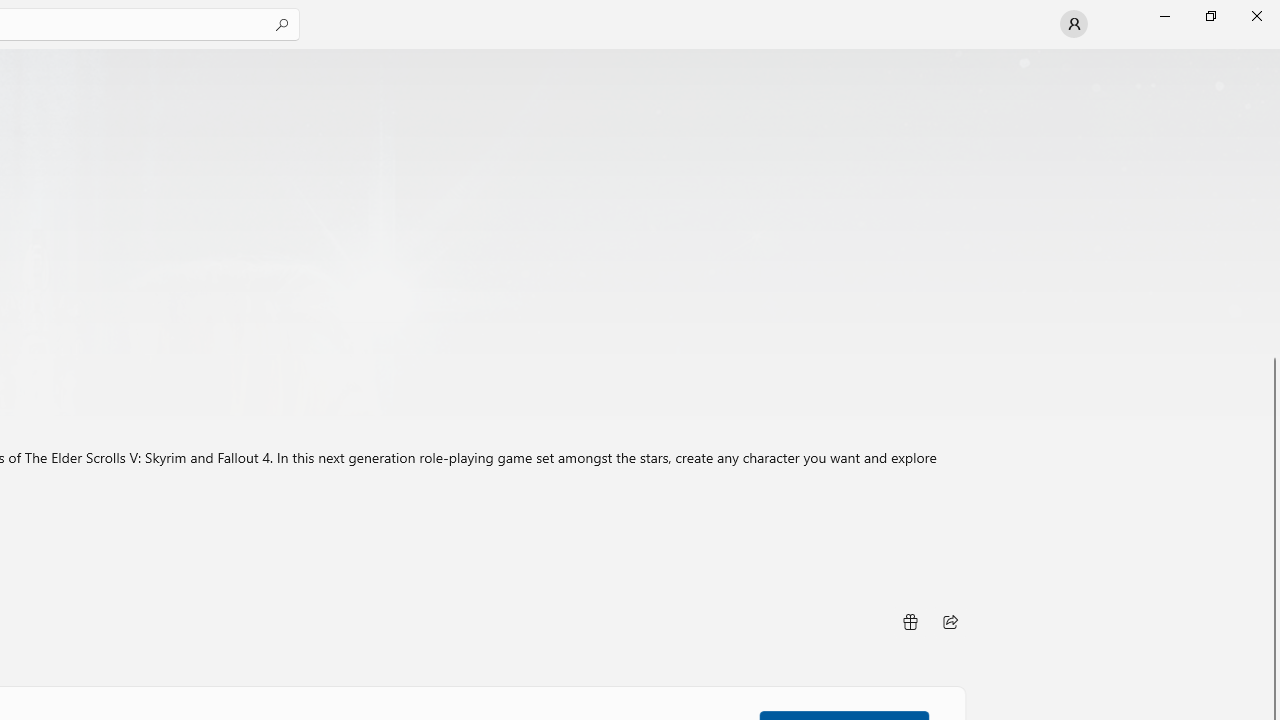  What do you see at coordinates (1164, 15) in the screenshot?
I see `'Minimize Microsoft Store'` at bounding box center [1164, 15].